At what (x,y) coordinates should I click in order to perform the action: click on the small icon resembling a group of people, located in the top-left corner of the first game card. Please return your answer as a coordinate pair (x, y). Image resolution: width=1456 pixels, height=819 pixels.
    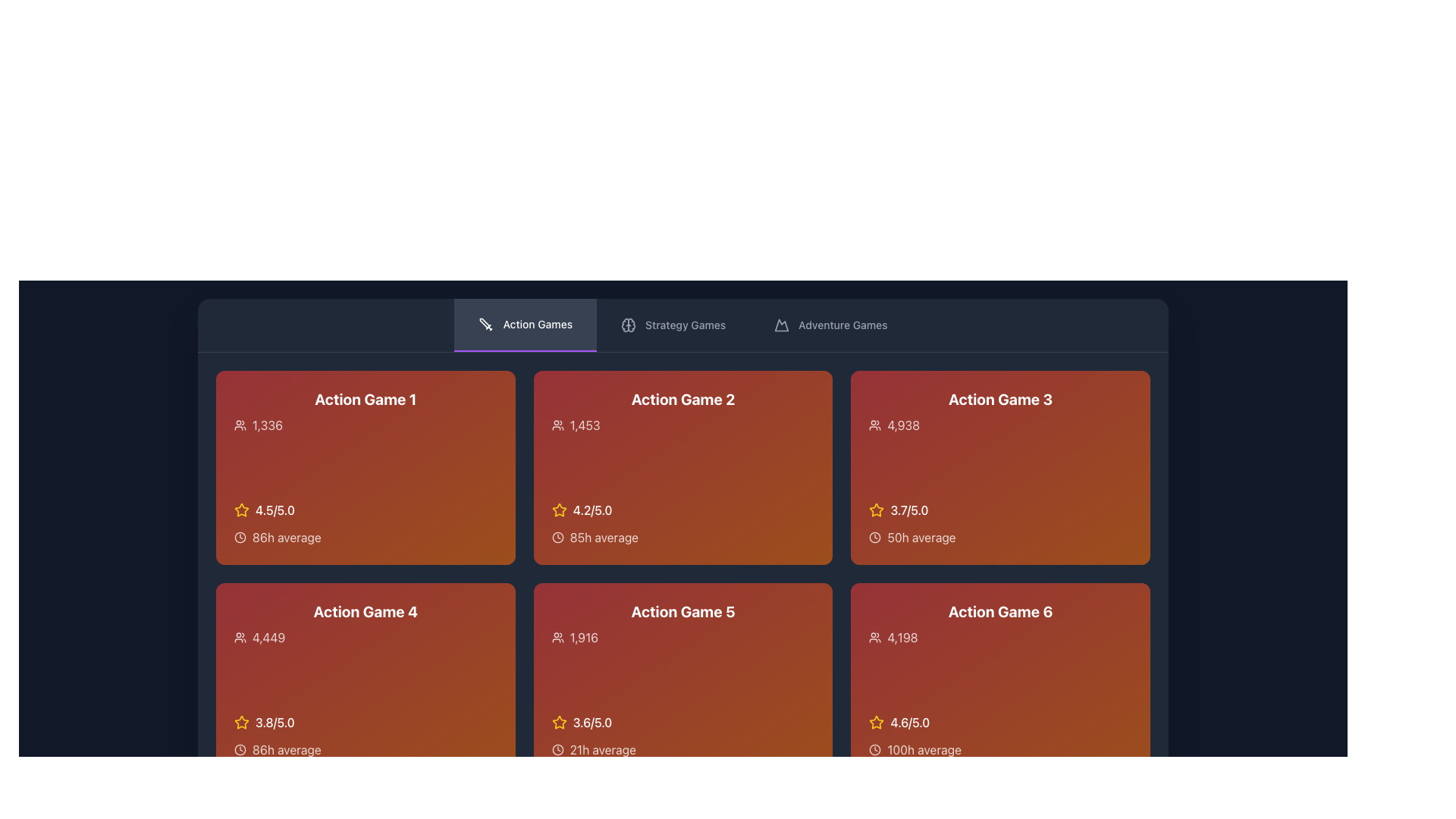
    Looking at the image, I should click on (239, 425).